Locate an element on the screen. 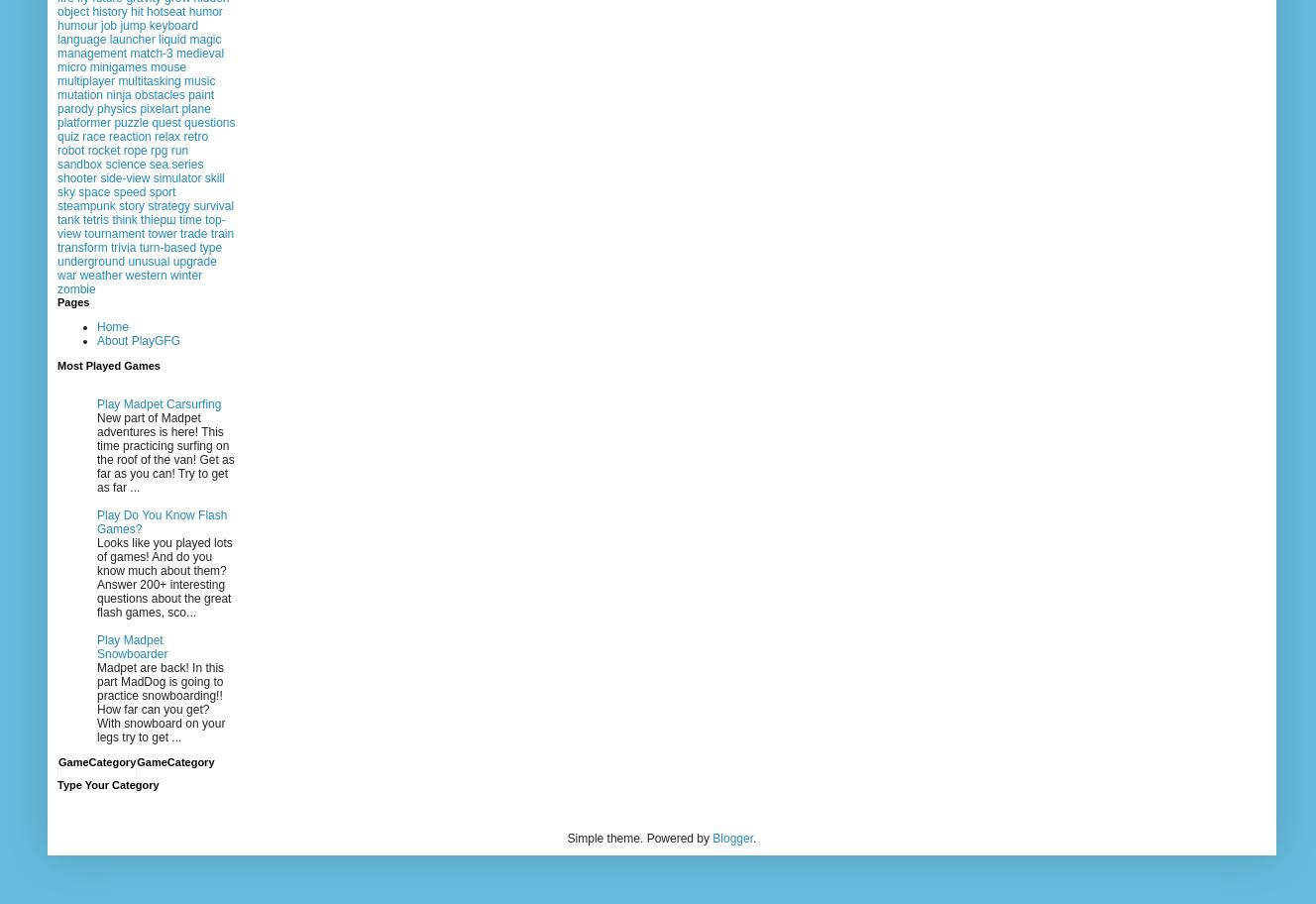 Image resolution: width=1316 pixels, height=904 pixels. 'time' is located at coordinates (179, 218).